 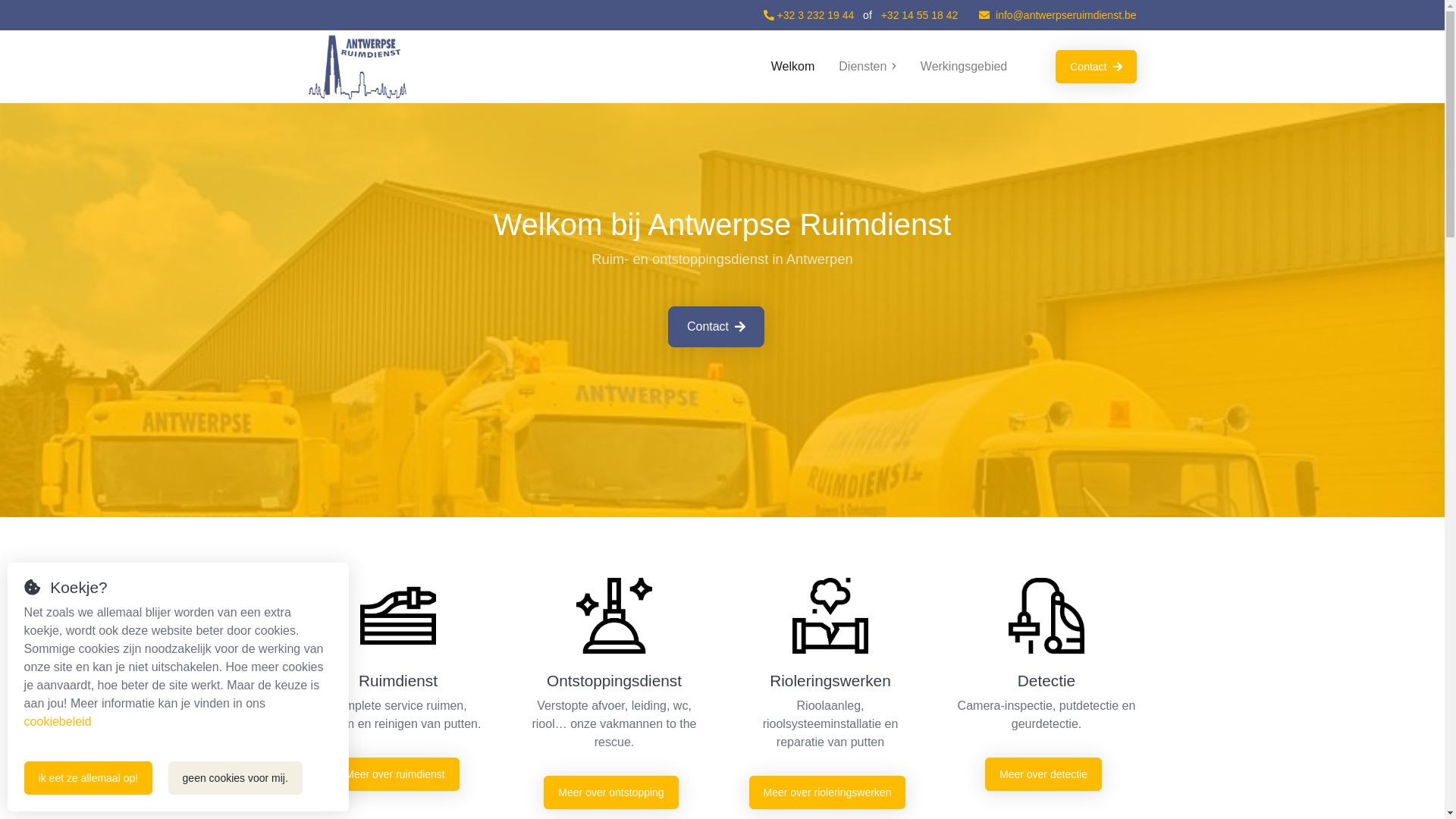 What do you see at coordinates (749, 792) in the screenshot?
I see `'Meer over rioleringswerken'` at bounding box center [749, 792].